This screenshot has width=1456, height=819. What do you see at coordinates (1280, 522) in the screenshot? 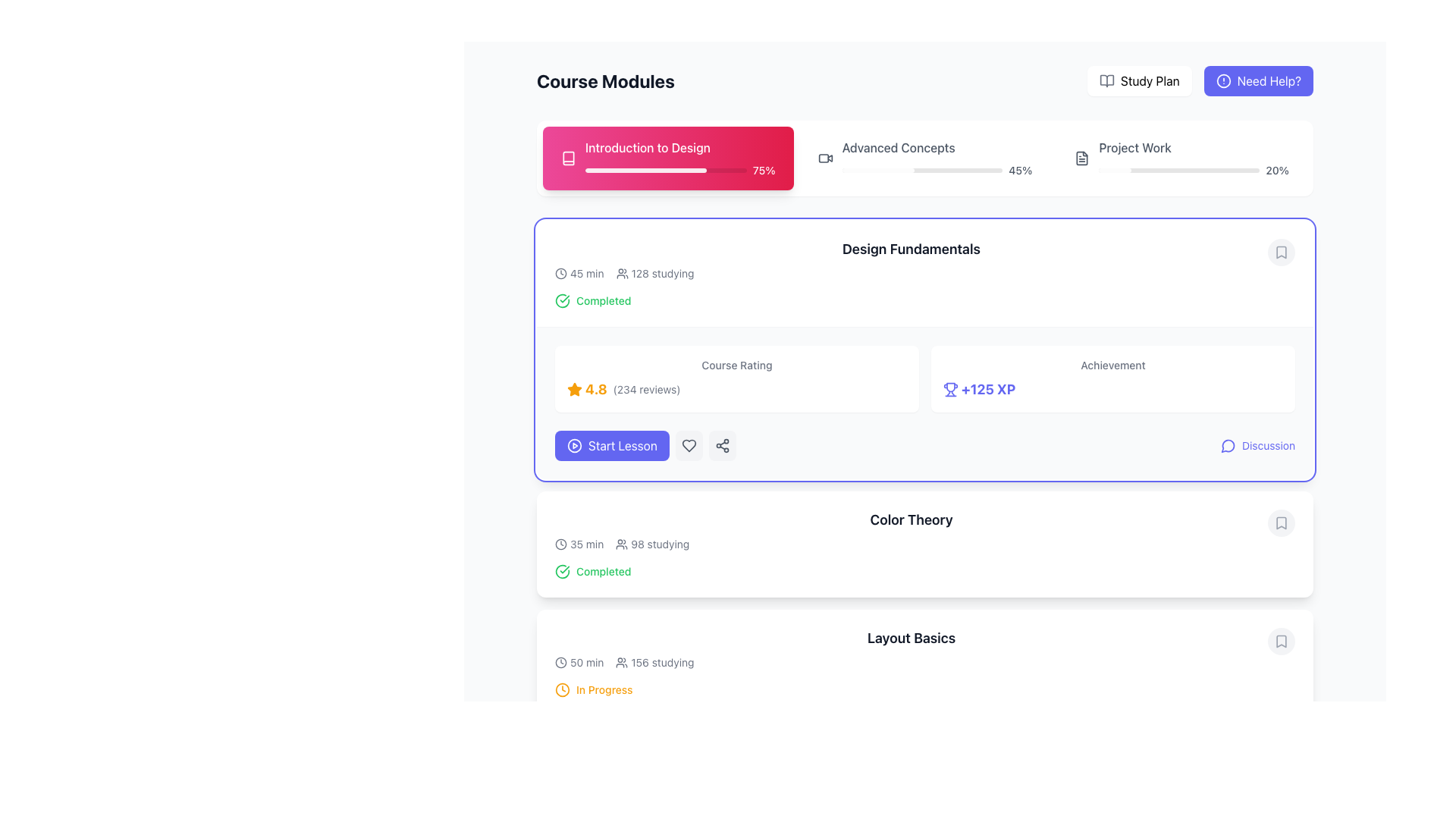
I see `the button located in the top-right corner of the 'Color Theory' section` at bounding box center [1280, 522].